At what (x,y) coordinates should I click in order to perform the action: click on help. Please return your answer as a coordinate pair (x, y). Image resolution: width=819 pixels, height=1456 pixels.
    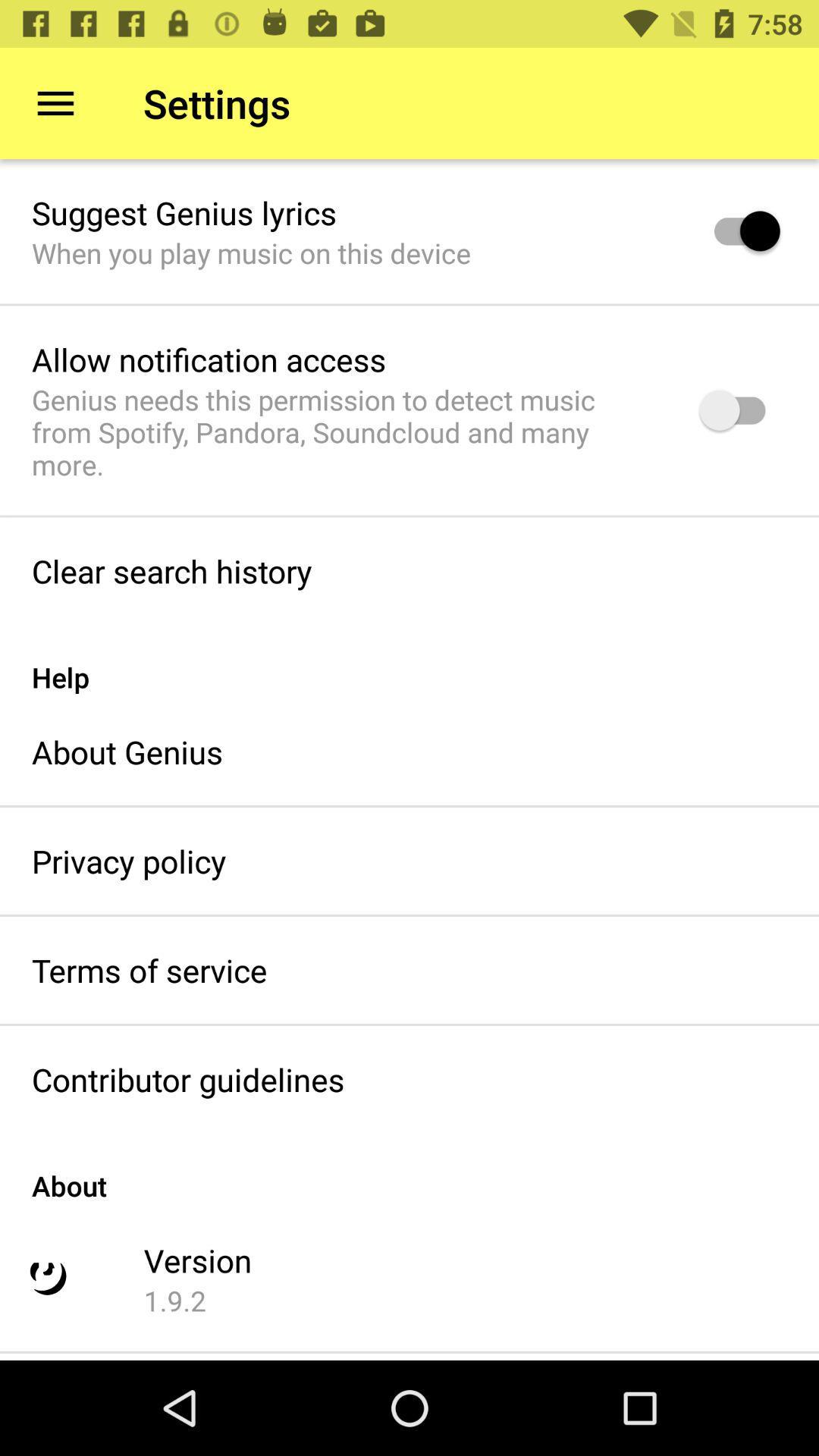
    Looking at the image, I should click on (409, 661).